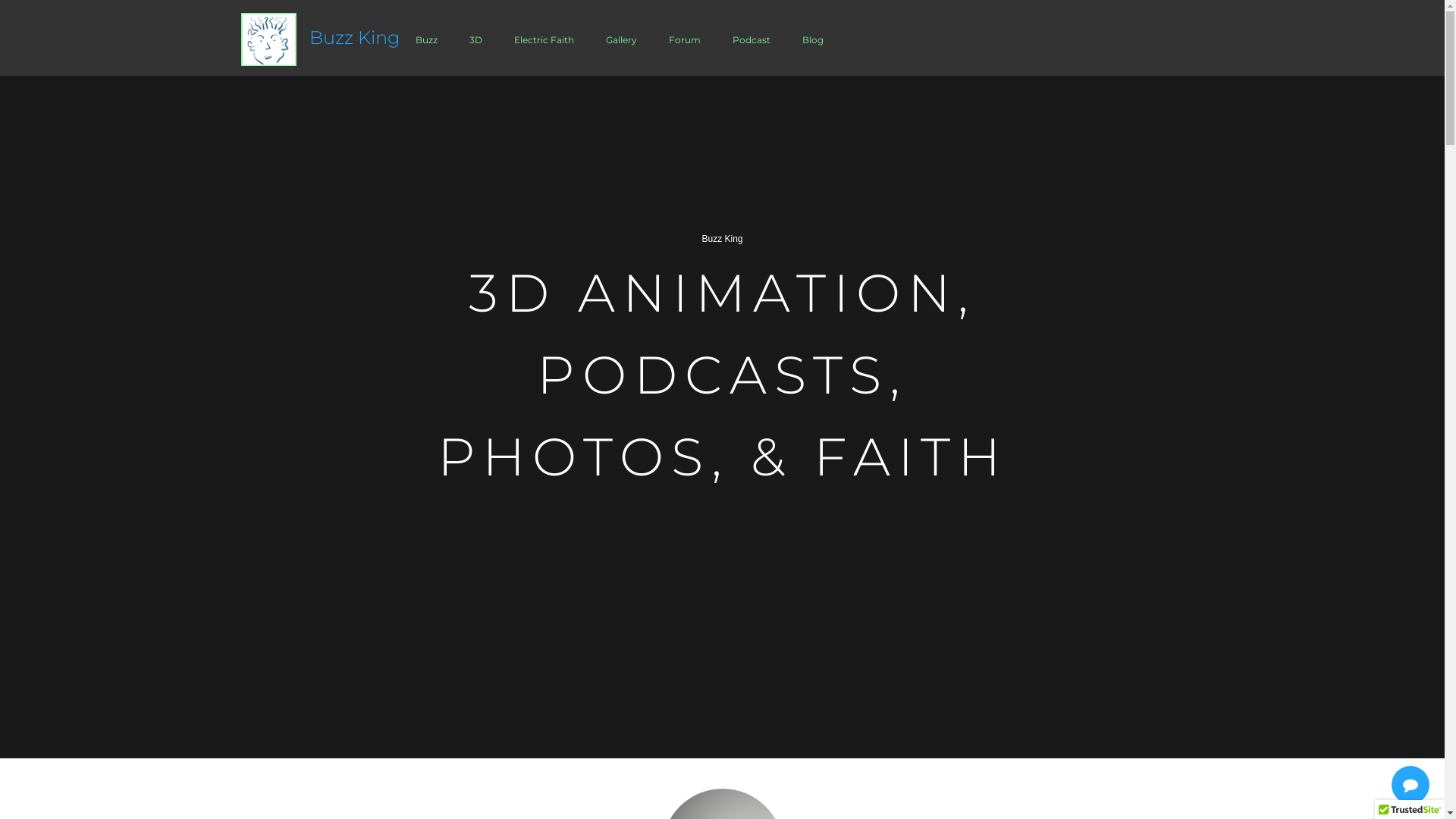 This screenshot has height=819, width=1456. I want to click on 'Gallery', so click(621, 39).